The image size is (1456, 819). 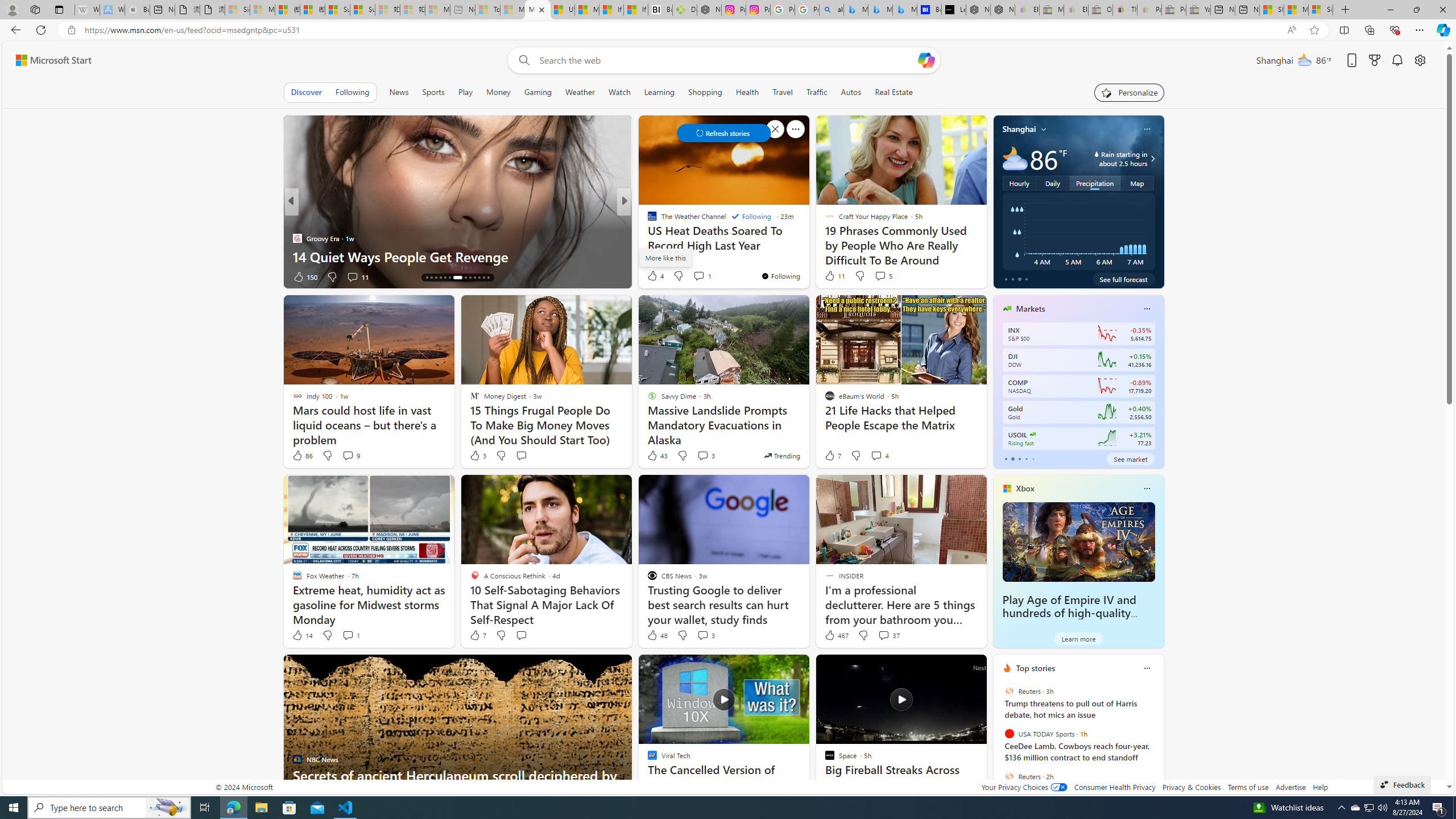 What do you see at coordinates (437, 9) in the screenshot?
I see `'Microsoft account | Account Checkup - Sleeping'` at bounding box center [437, 9].